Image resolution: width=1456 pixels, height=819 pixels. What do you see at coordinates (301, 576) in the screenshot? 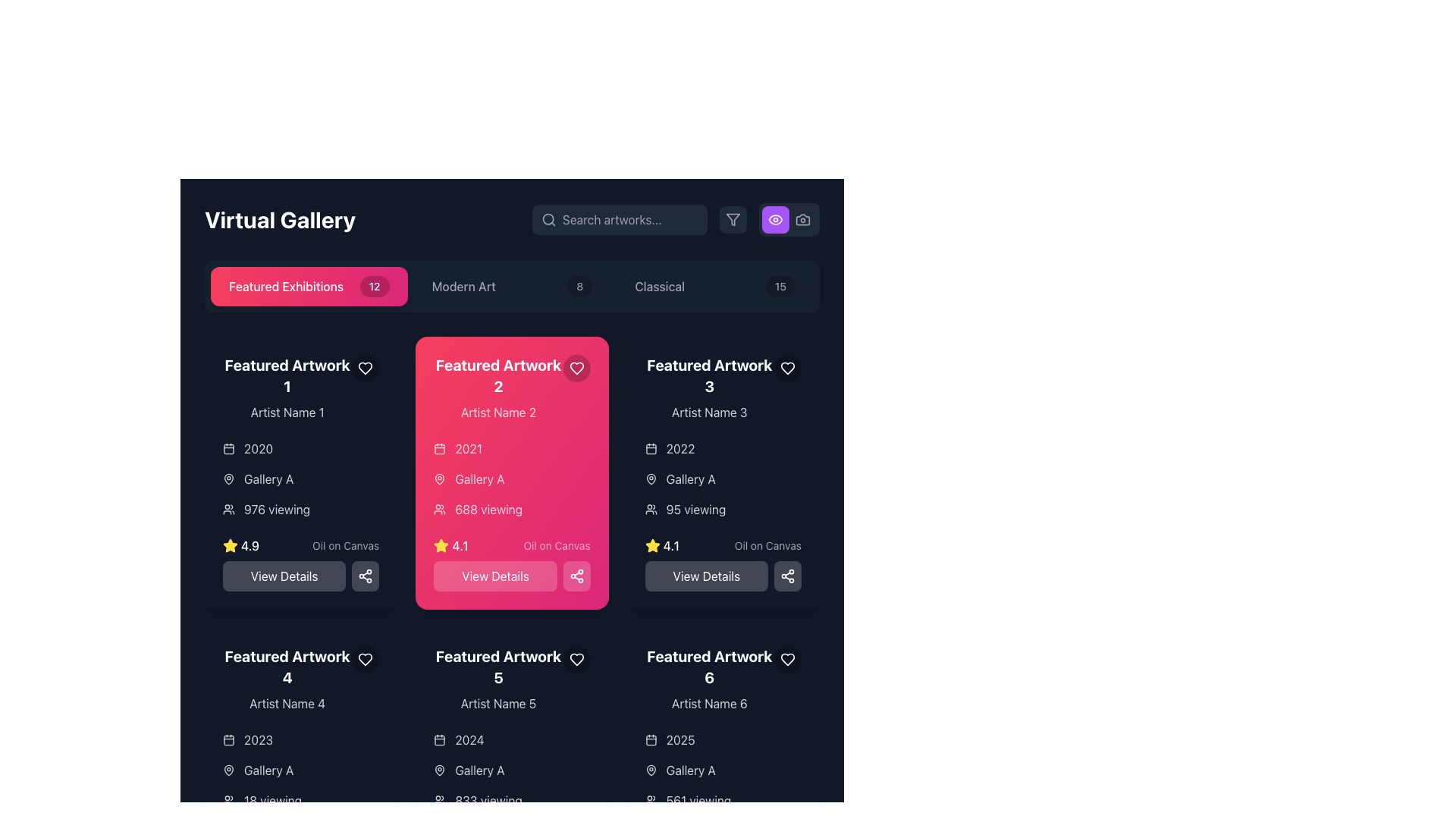
I see `the 'View Details' button located at the bottom of the 'Featured Artwork 1' card to trigger the hover effect` at bounding box center [301, 576].